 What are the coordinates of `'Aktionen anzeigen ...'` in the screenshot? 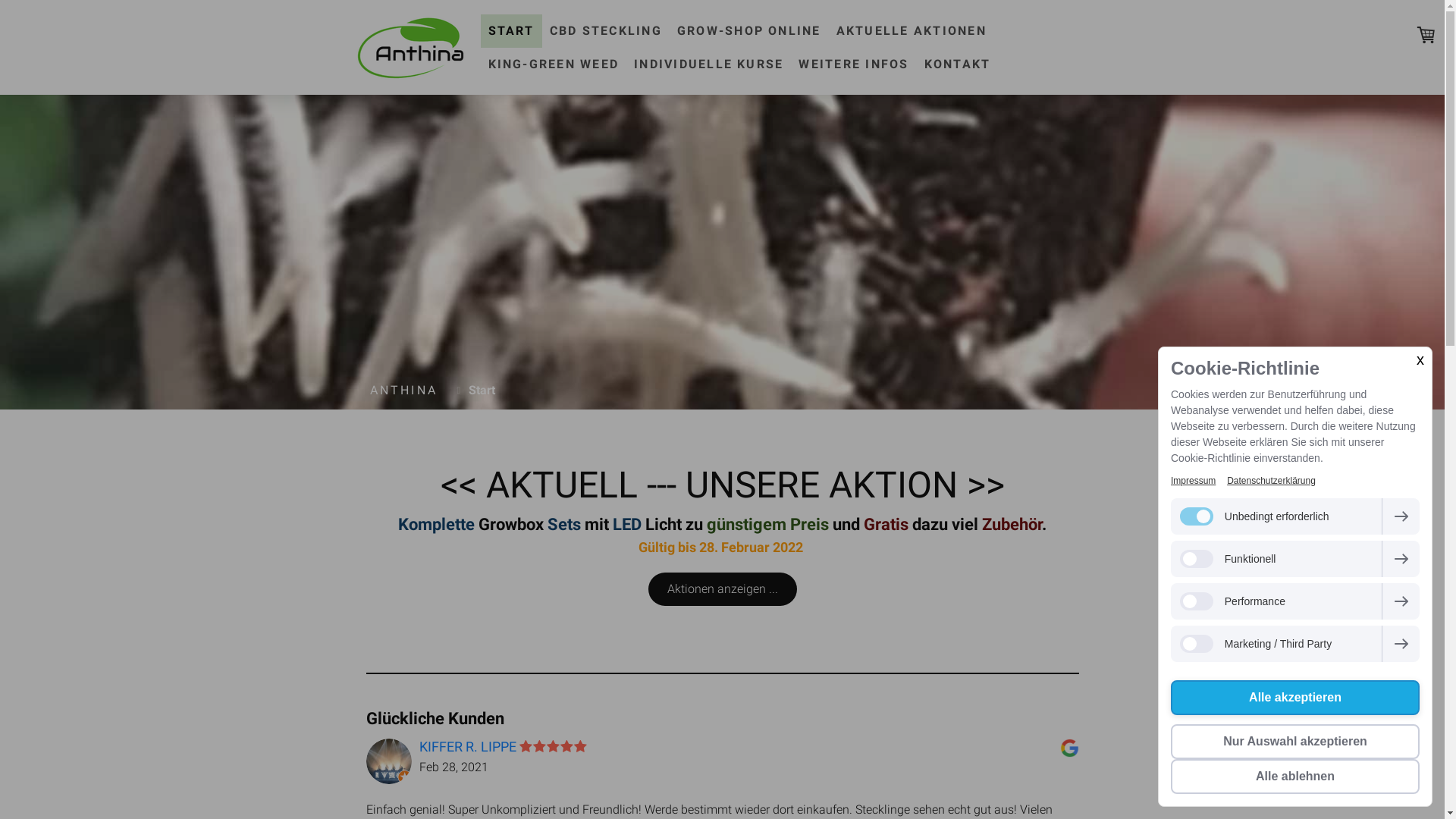 It's located at (648, 588).